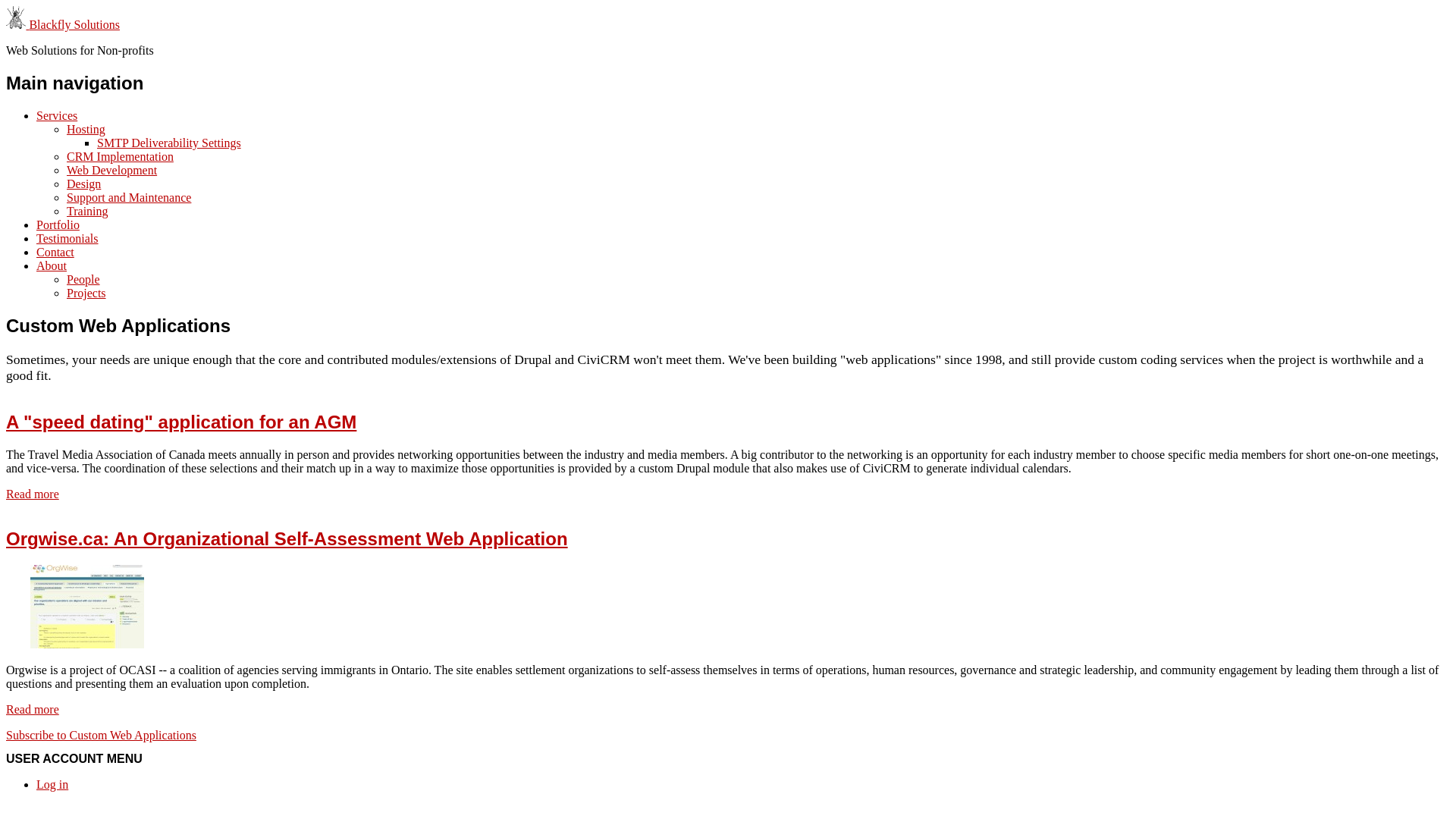 The image size is (1456, 819). What do you see at coordinates (58, 224) in the screenshot?
I see `'Portfolio'` at bounding box center [58, 224].